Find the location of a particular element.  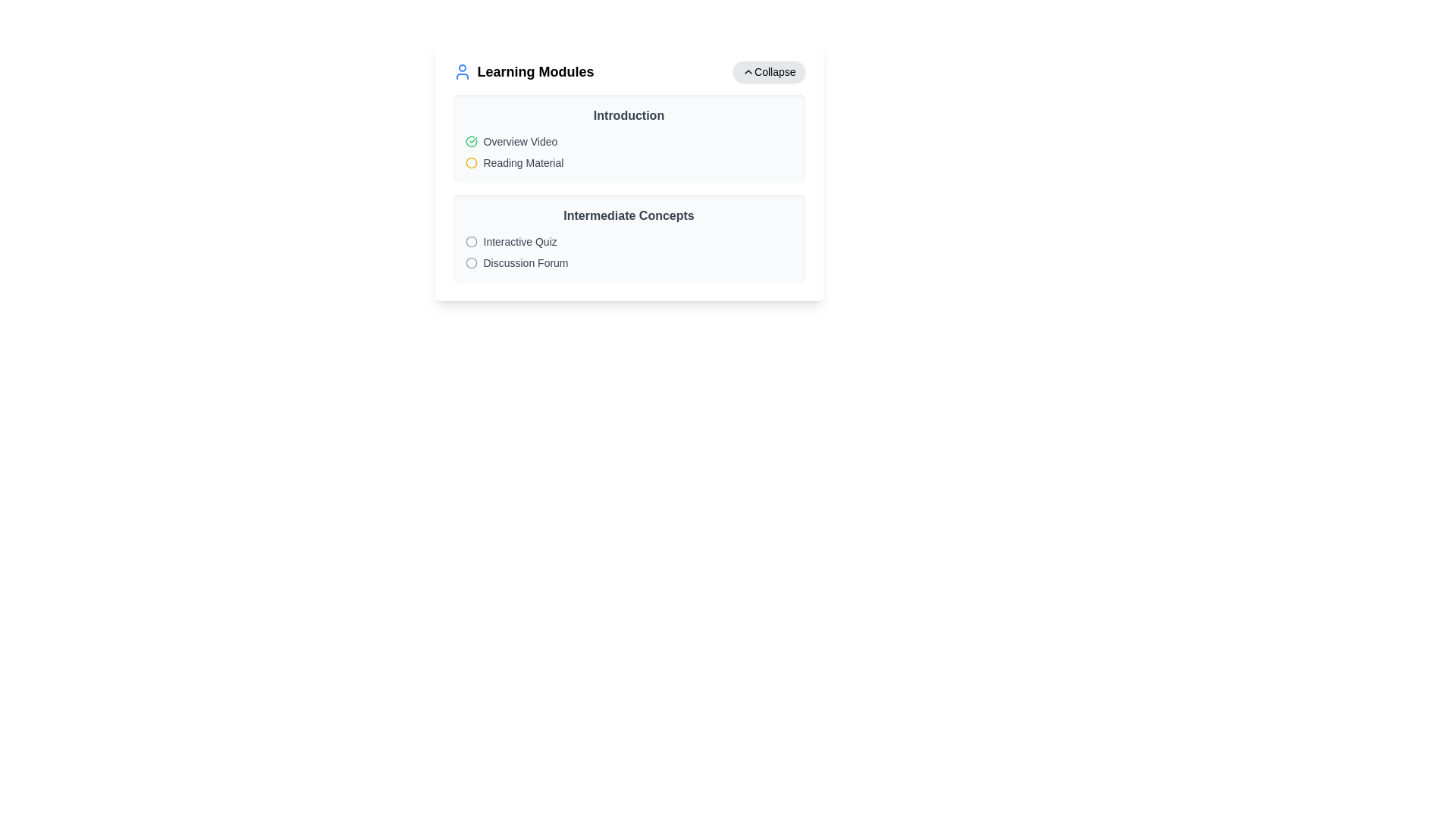

text label indicating 'Discussion Forum' located in the second row of the 'Intermediate Concepts' section in the right-side panel is located at coordinates (526, 262).